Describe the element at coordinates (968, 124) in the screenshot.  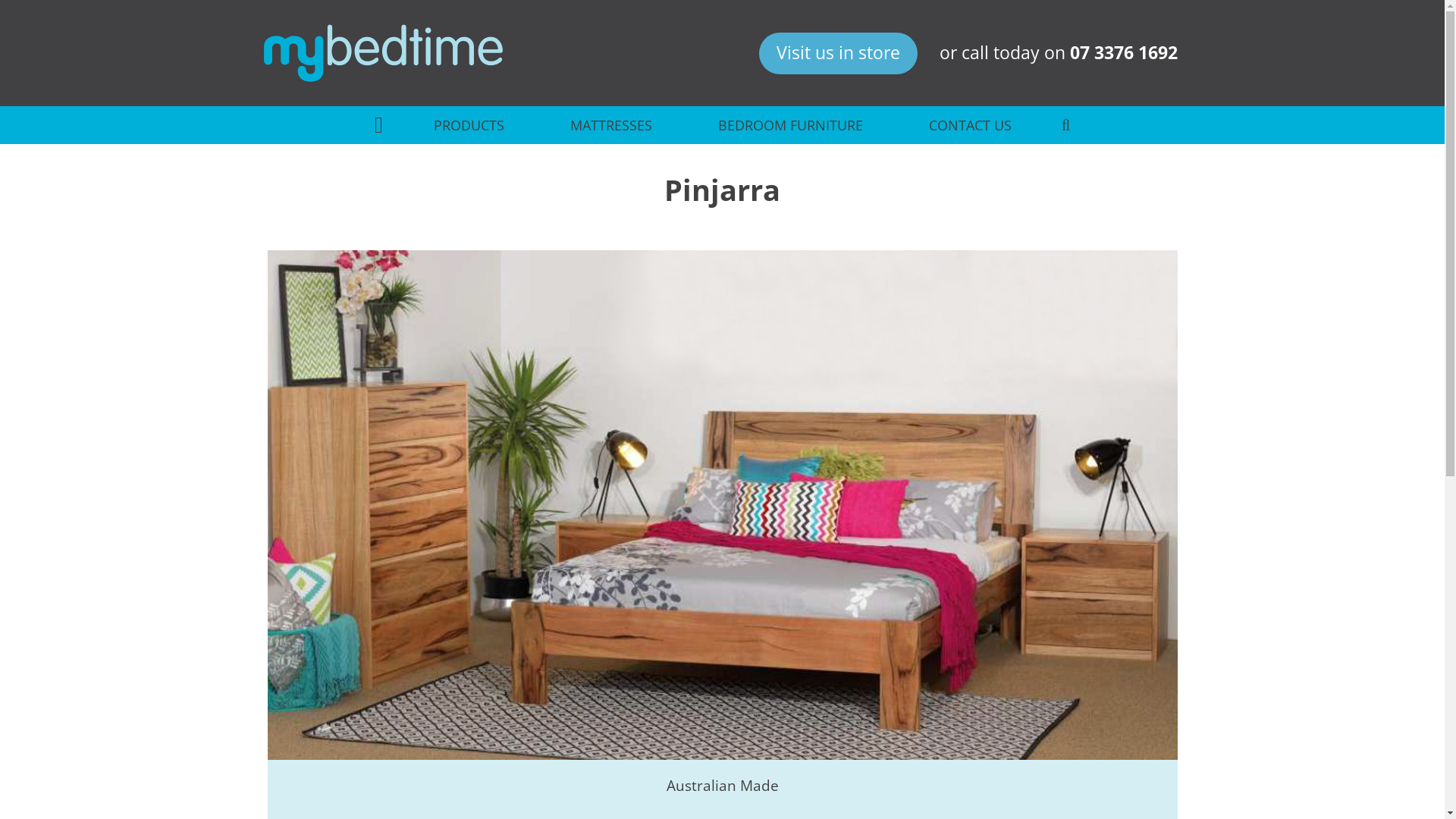
I see `'CONTACT US'` at that location.